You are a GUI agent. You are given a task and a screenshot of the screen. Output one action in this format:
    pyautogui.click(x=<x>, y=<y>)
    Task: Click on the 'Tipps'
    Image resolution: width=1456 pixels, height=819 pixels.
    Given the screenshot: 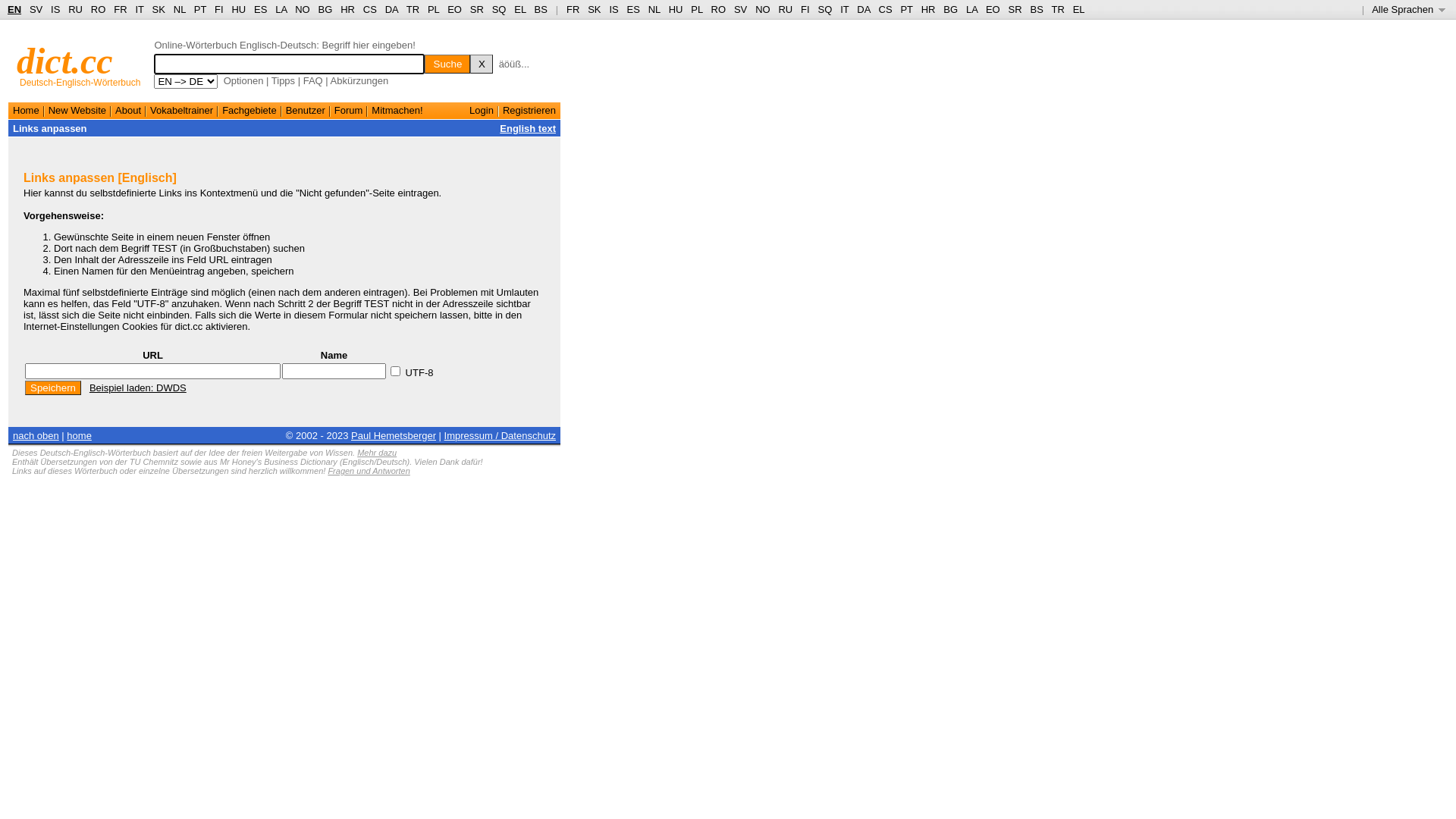 What is the action you would take?
    pyautogui.click(x=283, y=80)
    